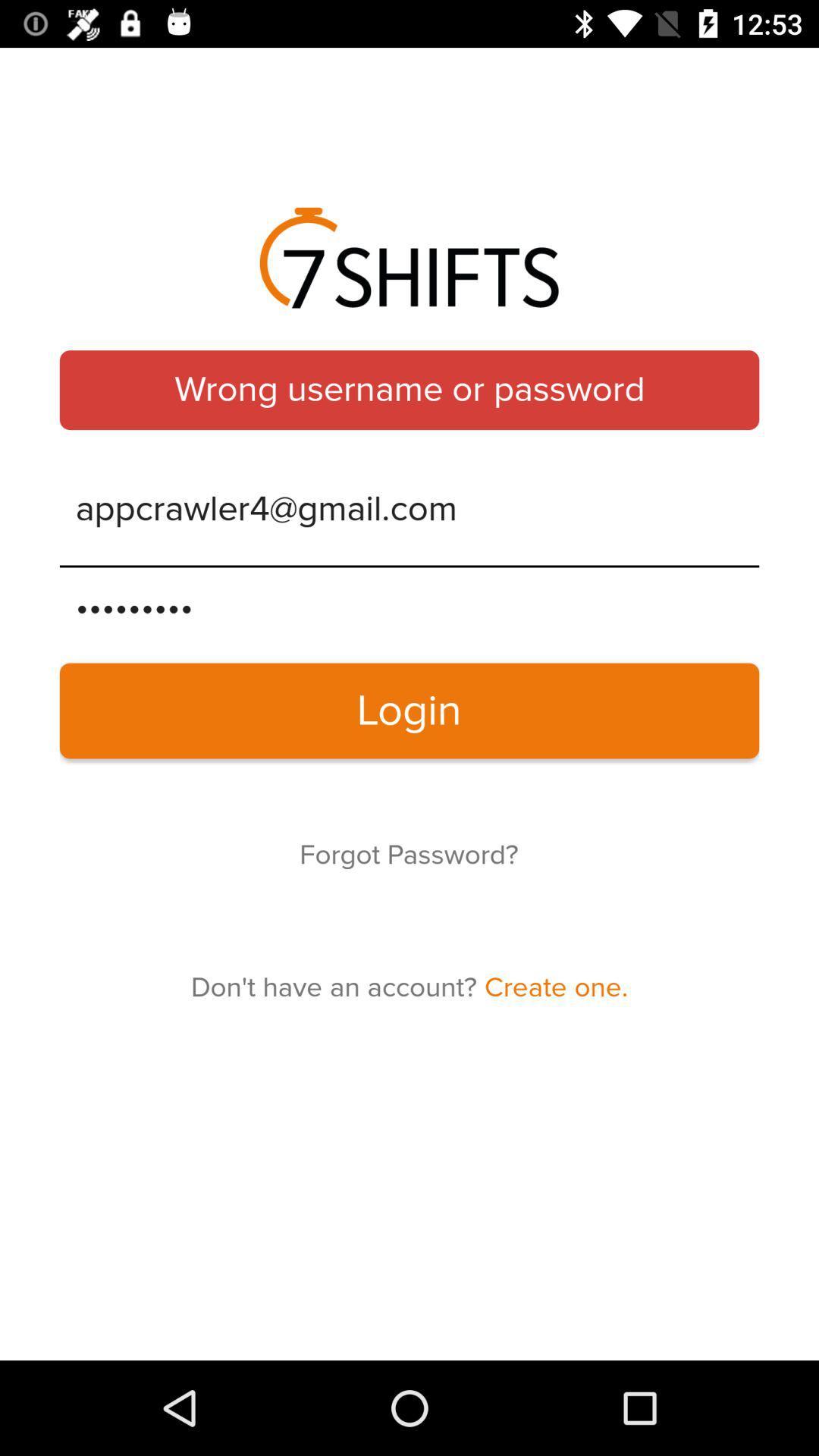 This screenshot has width=819, height=1456. What do you see at coordinates (409, 607) in the screenshot?
I see `the crowd3116` at bounding box center [409, 607].